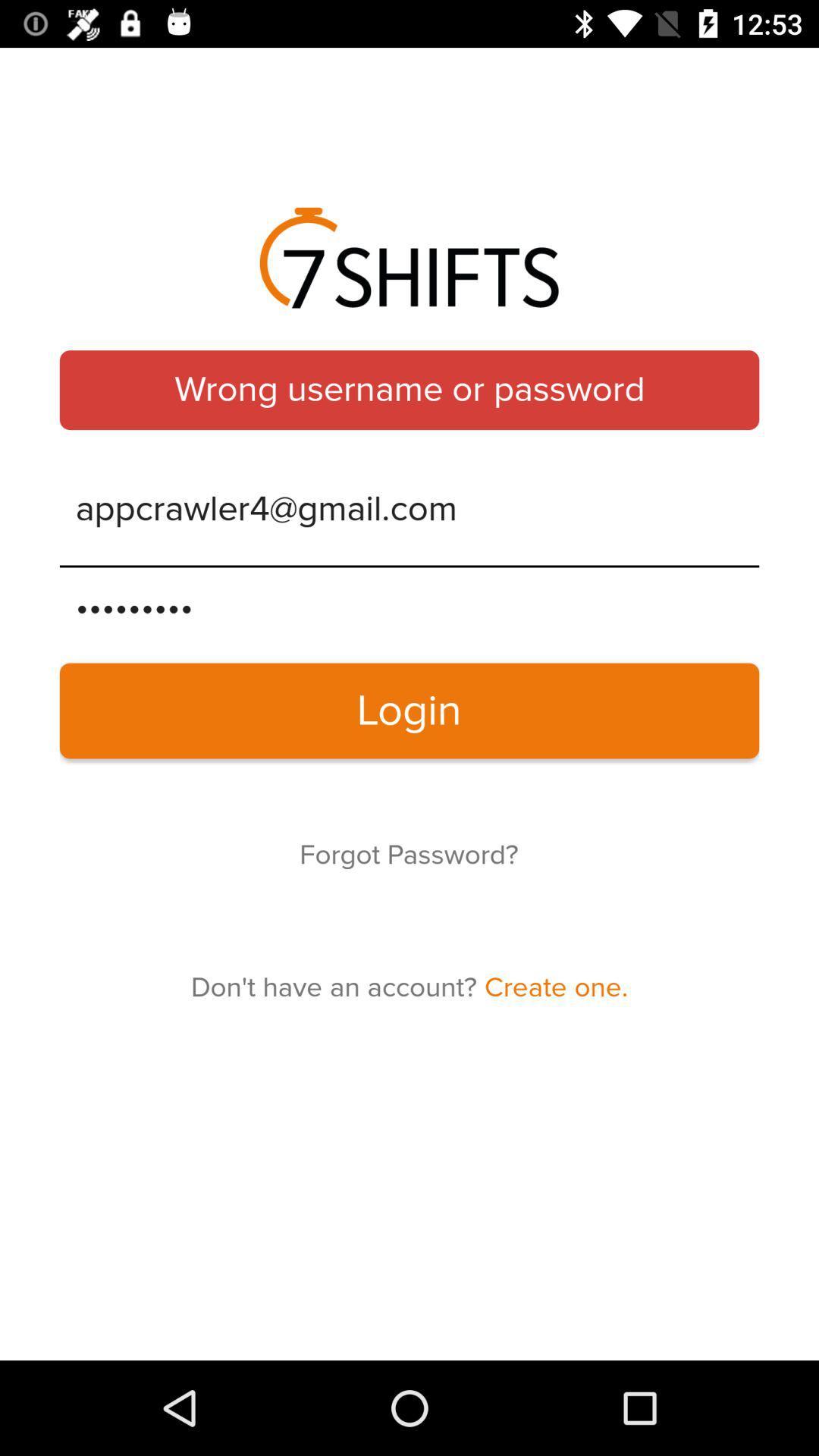 This screenshot has width=819, height=1456. What do you see at coordinates (409, 607) in the screenshot?
I see `the crowd3116` at bounding box center [409, 607].